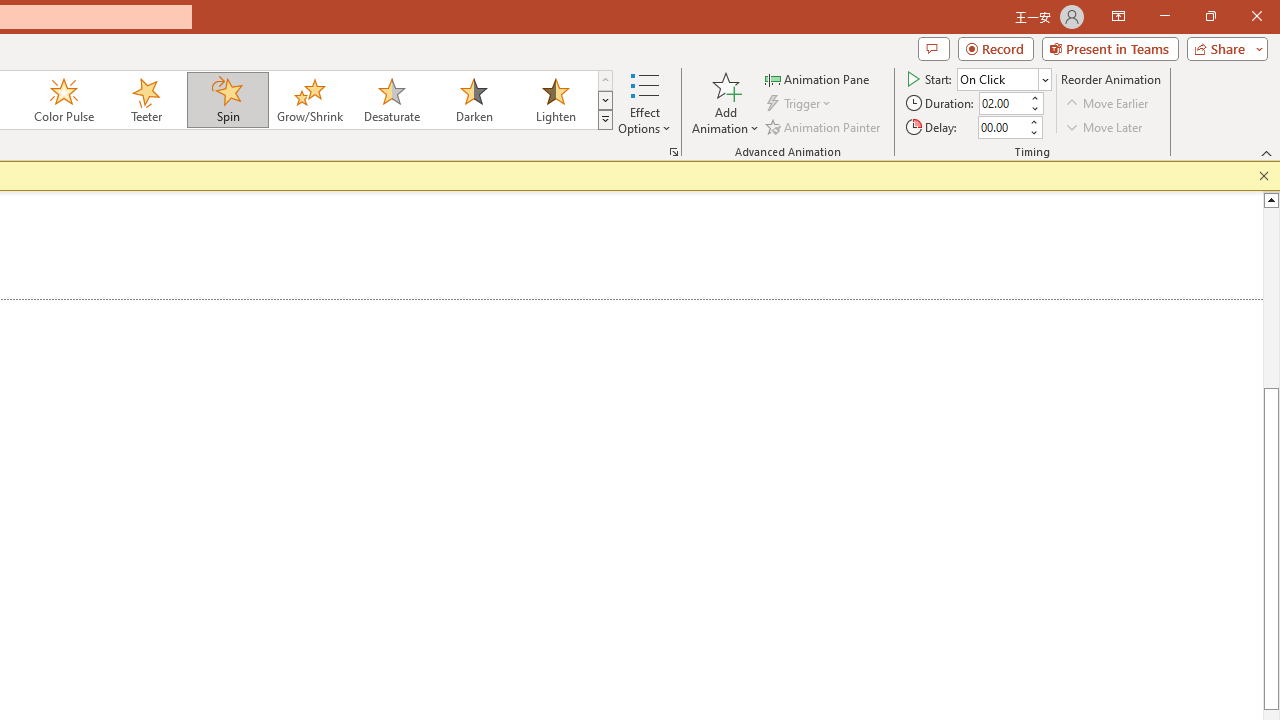 This screenshot has height=720, width=1280. Describe the element at coordinates (1004, 78) in the screenshot. I see `'Start'` at that location.